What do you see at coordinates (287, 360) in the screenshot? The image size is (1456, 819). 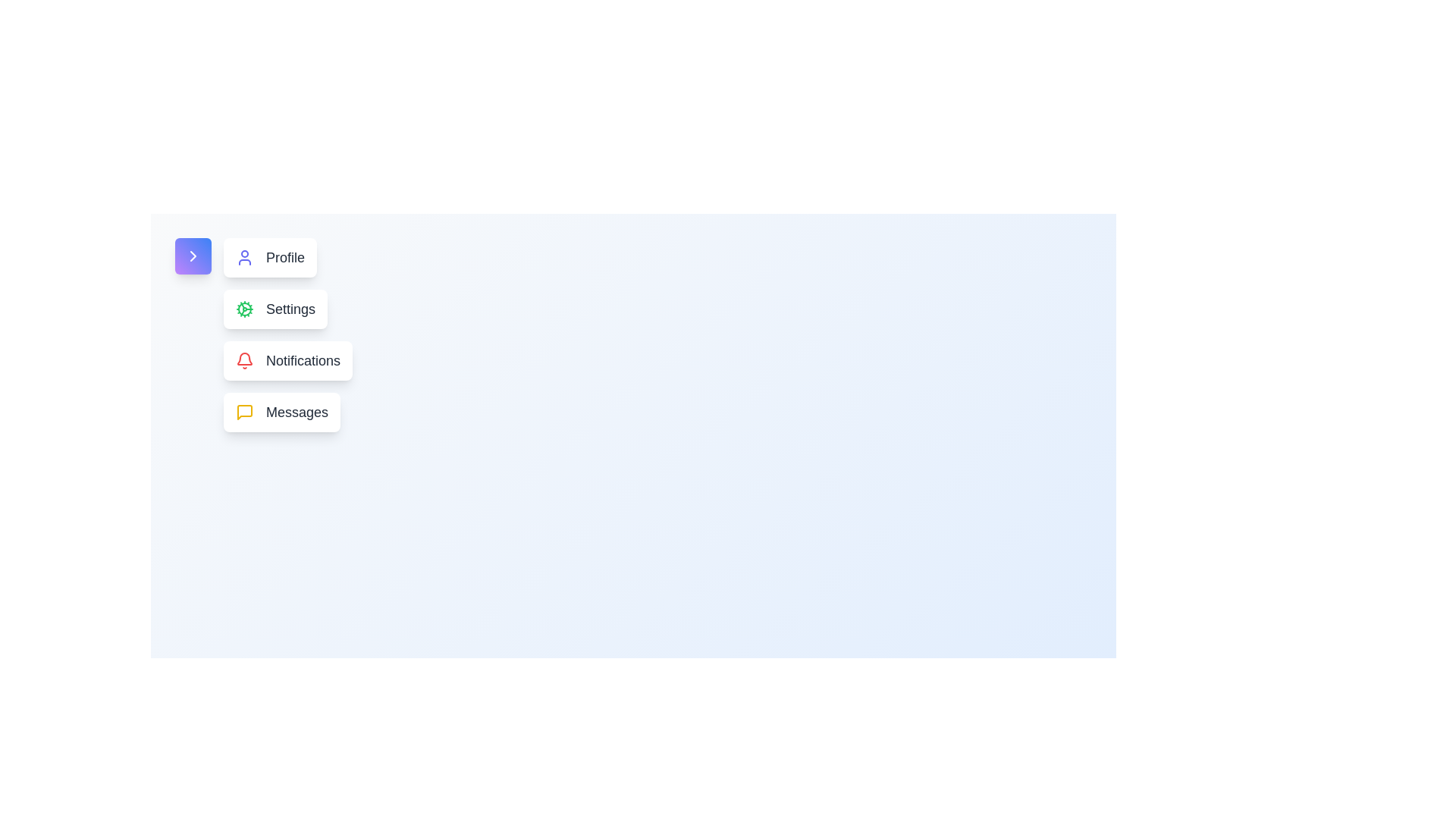 I see `the 'Notifications' button` at bounding box center [287, 360].